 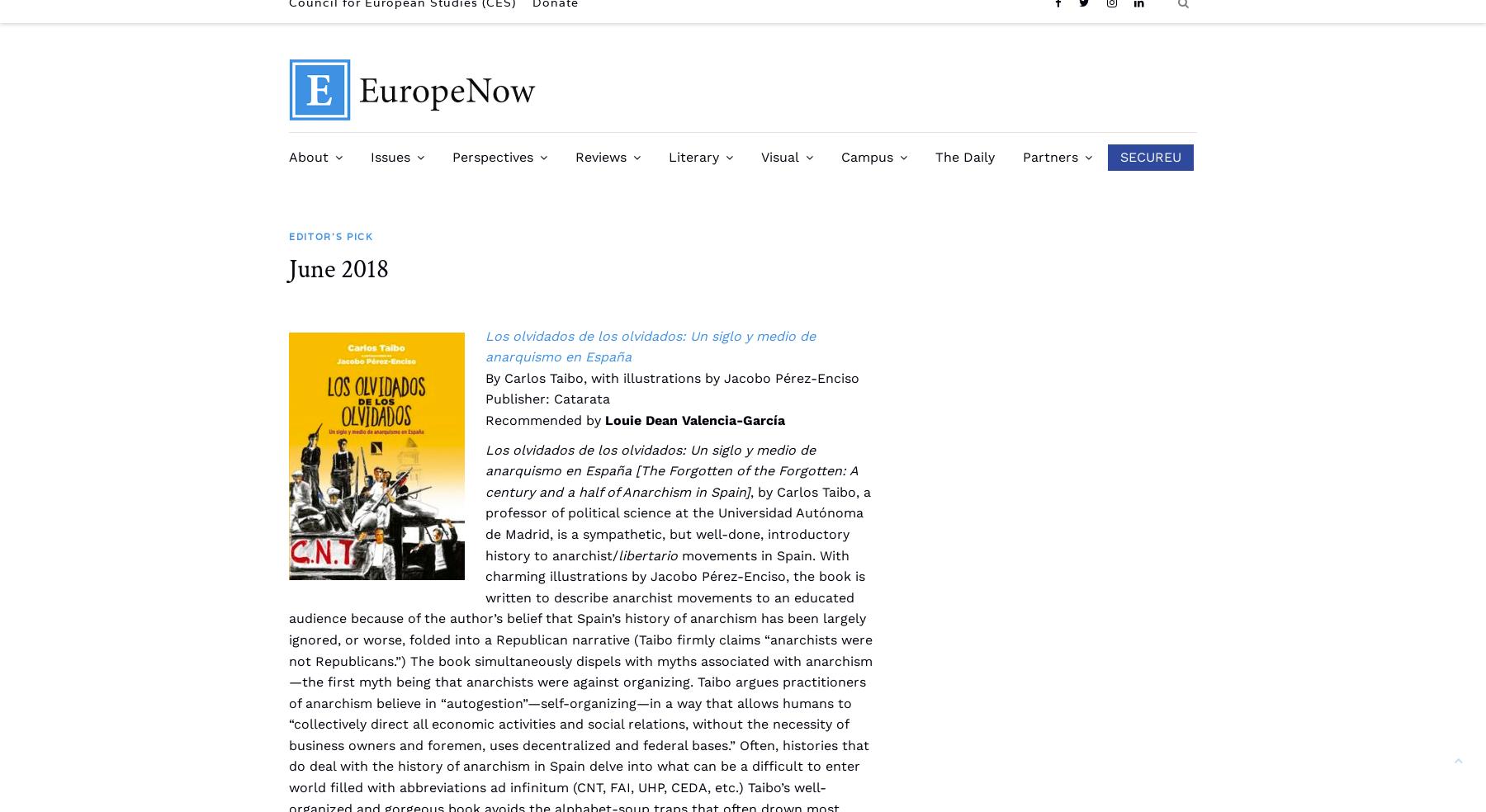 I want to click on 'COVID-19 Series', so click(x=504, y=348).